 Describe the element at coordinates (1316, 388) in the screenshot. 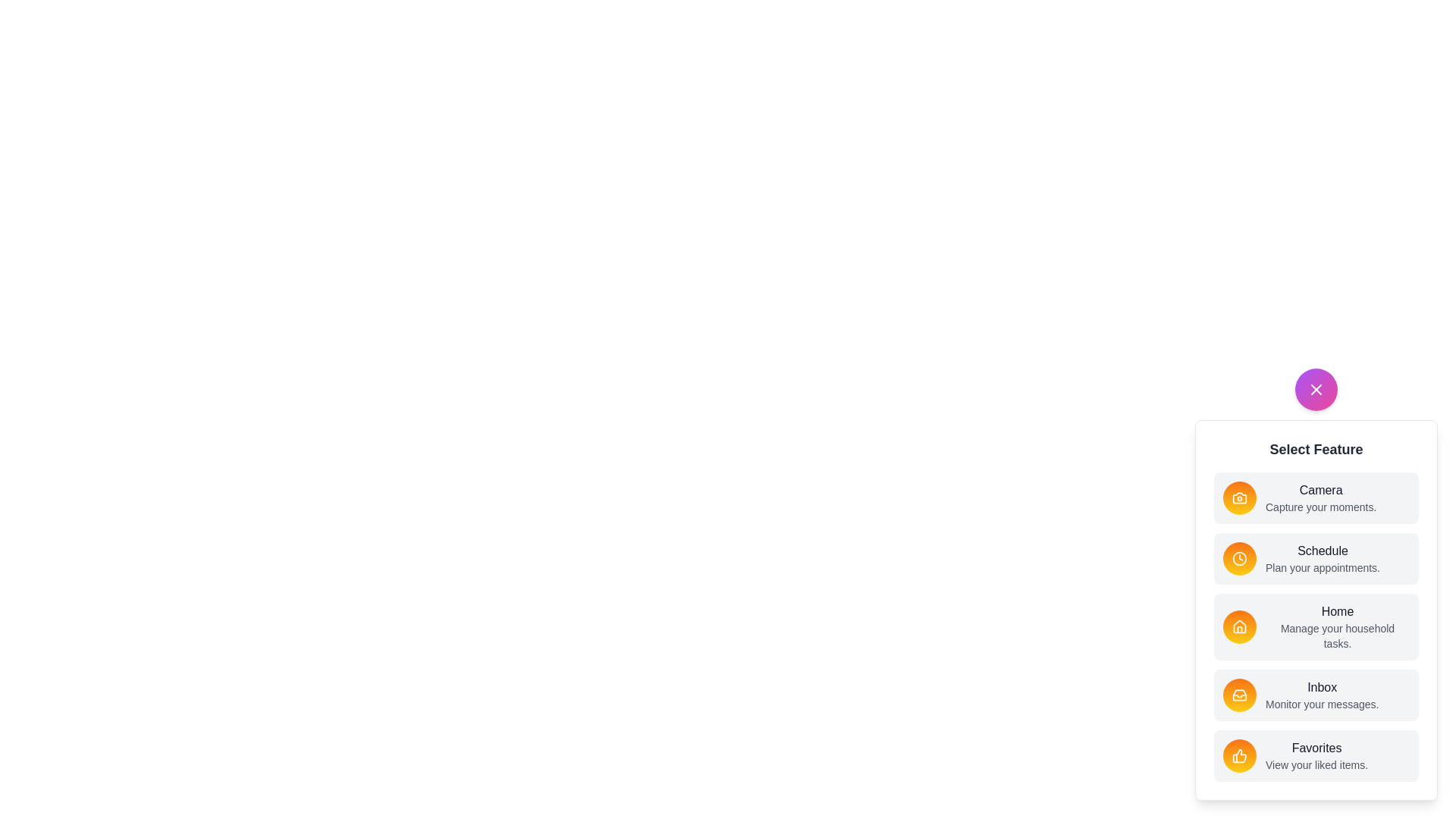

I see `the floating action button to toggle the menu` at that location.